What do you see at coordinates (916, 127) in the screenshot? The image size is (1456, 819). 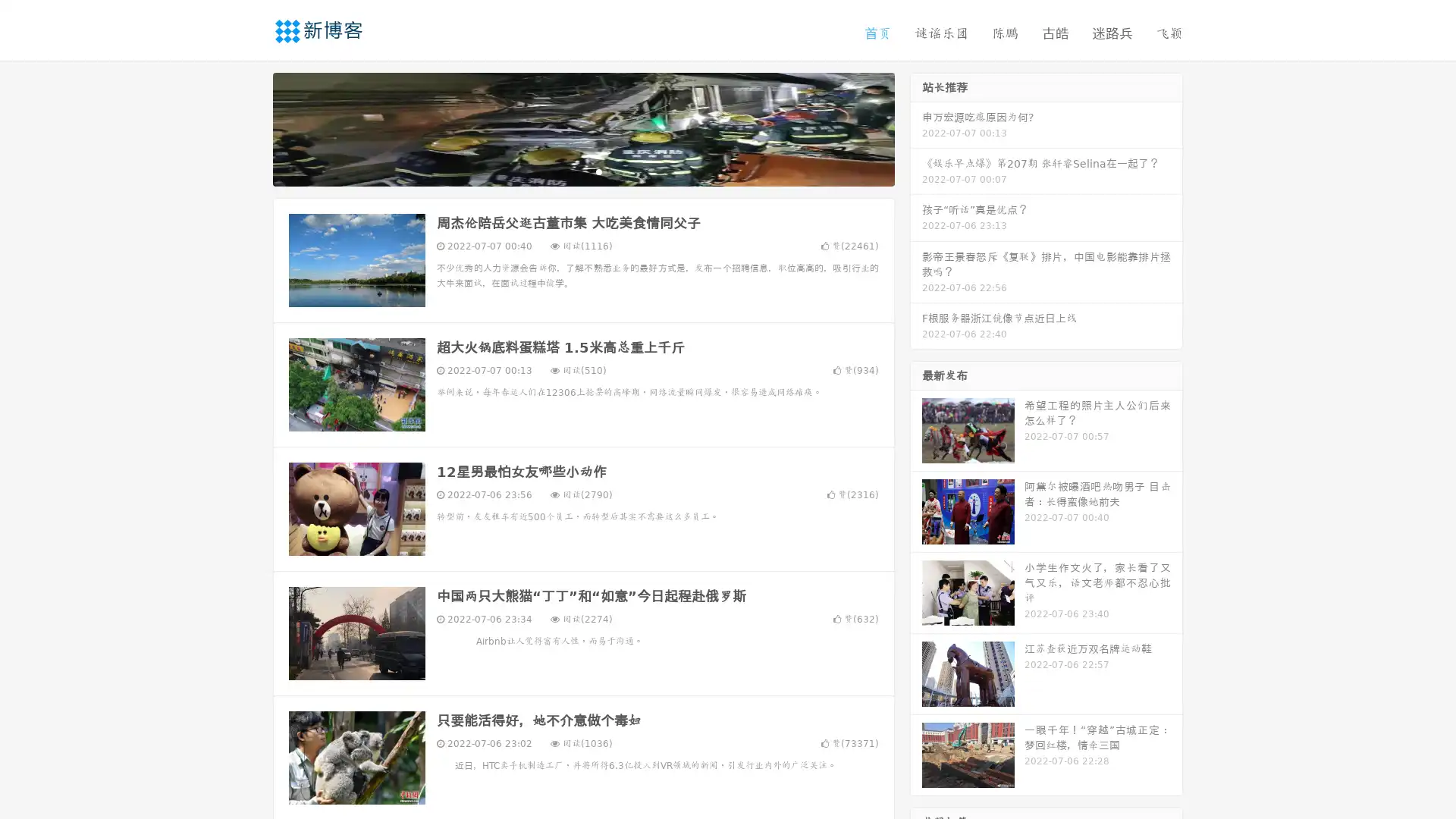 I see `Next slide` at bounding box center [916, 127].